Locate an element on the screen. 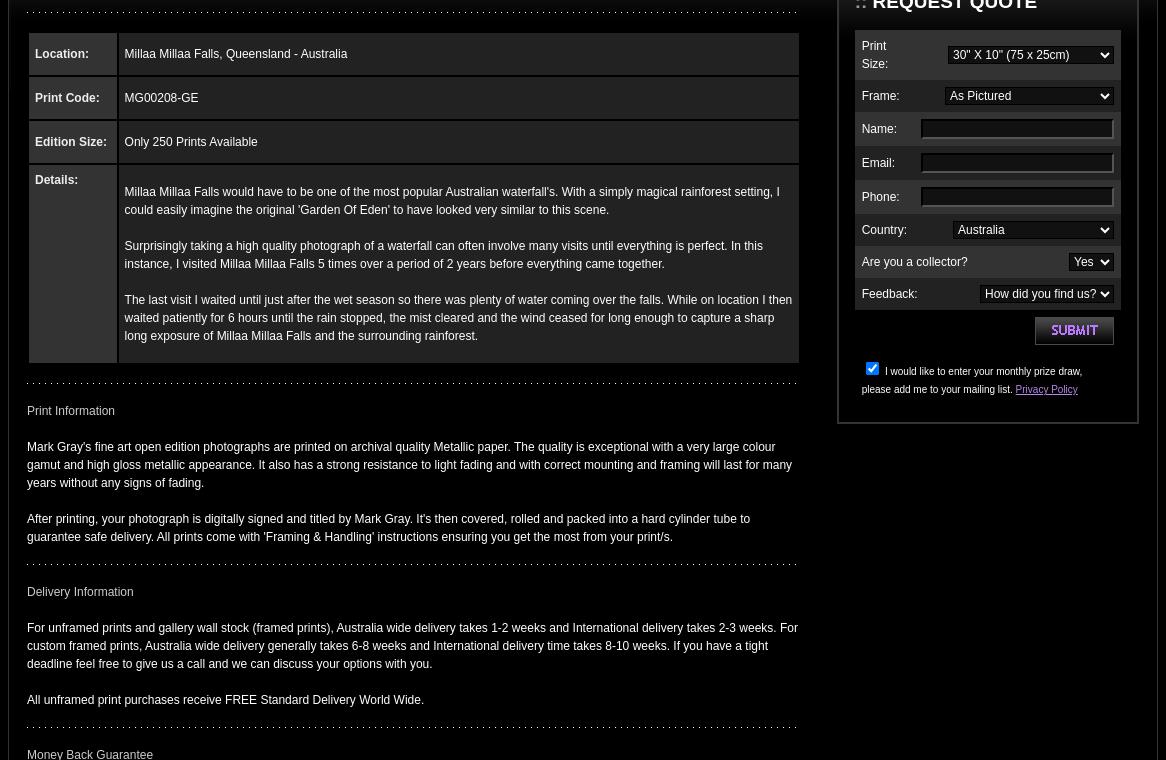 Image resolution: width=1166 pixels, height=760 pixels. 'Frame:' is located at coordinates (878, 94).